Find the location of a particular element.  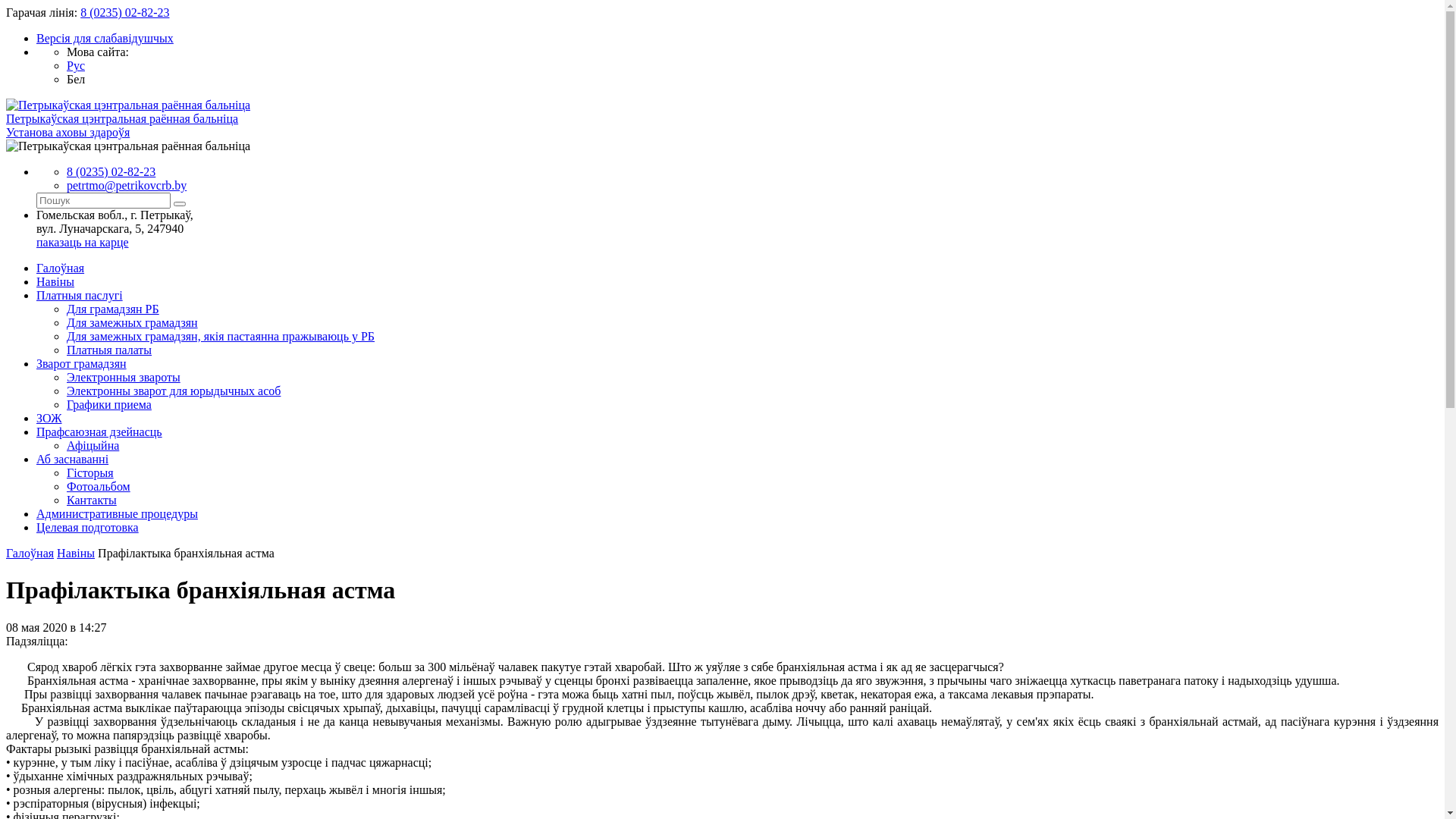

'8 (0235) 02-82-23' is located at coordinates (110, 171).